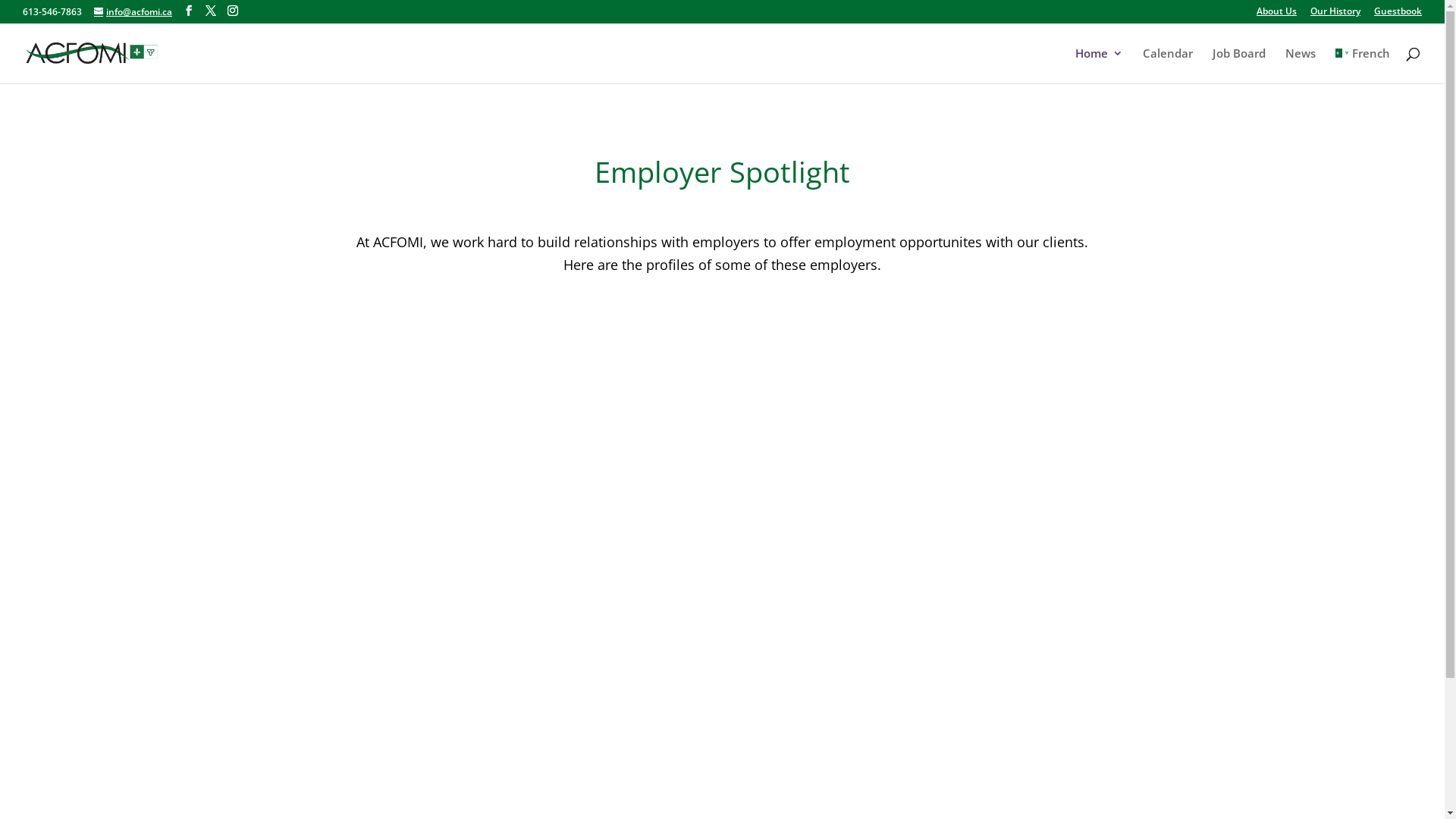 The width and height of the screenshot is (1456, 819). Describe the element at coordinates (1362, 64) in the screenshot. I see `'French'` at that location.